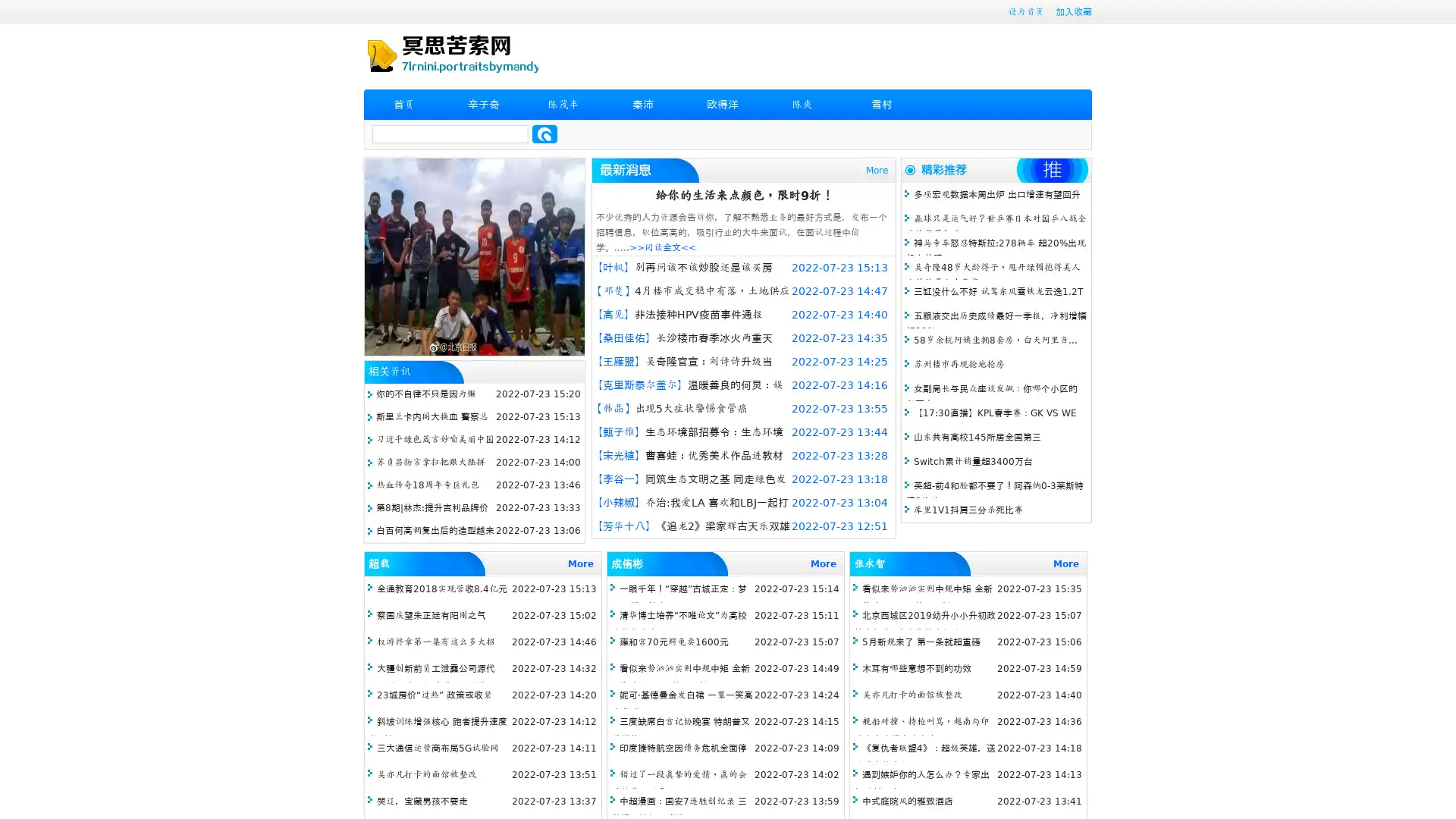 Image resolution: width=1456 pixels, height=819 pixels. What do you see at coordinates (544, 133) in the screenshot?
I see `Search` at bounding box center [544, 133].